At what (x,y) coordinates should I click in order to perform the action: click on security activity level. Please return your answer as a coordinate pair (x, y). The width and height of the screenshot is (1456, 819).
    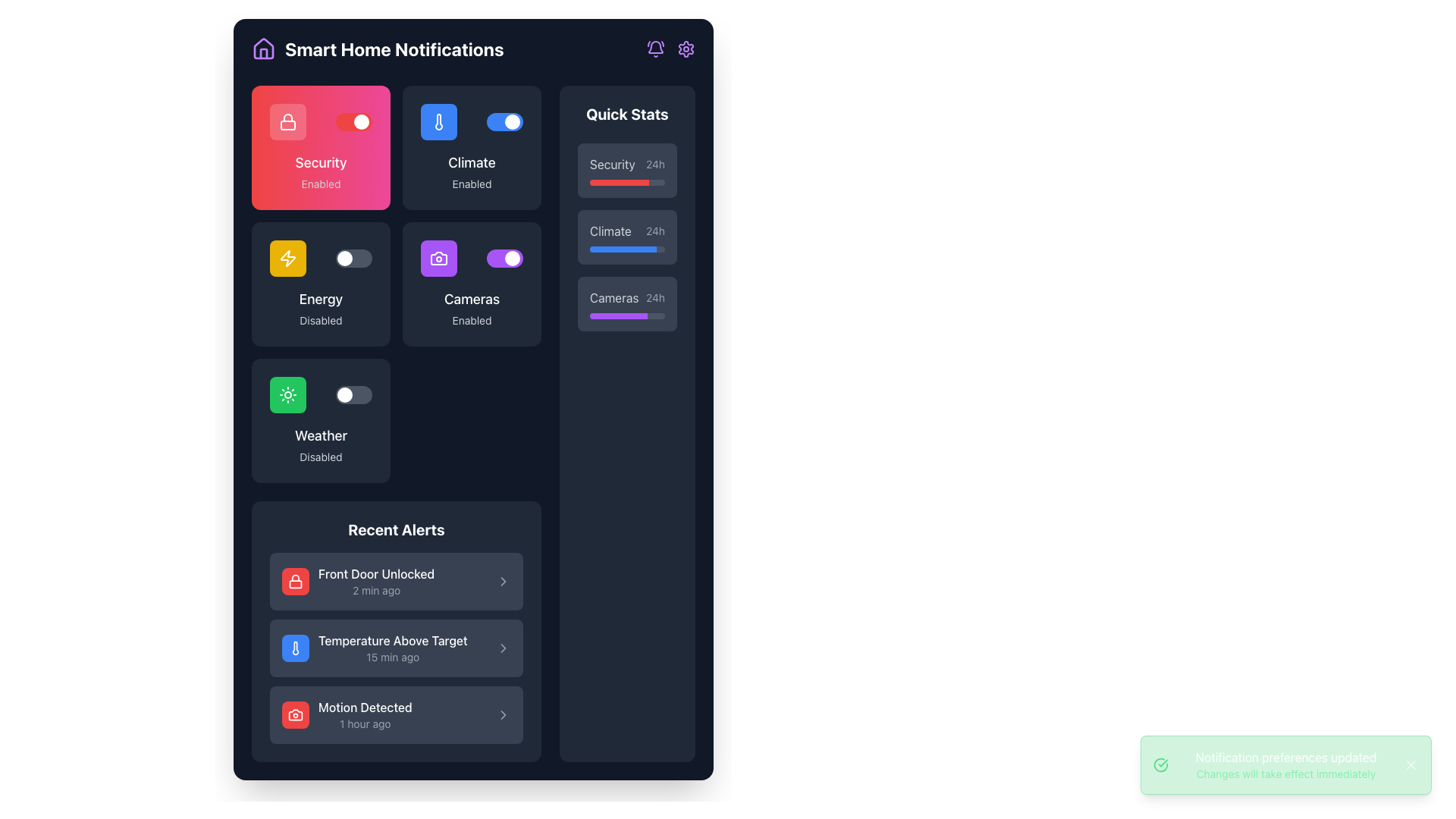
    Looking at the image, I should click on (621, 181).